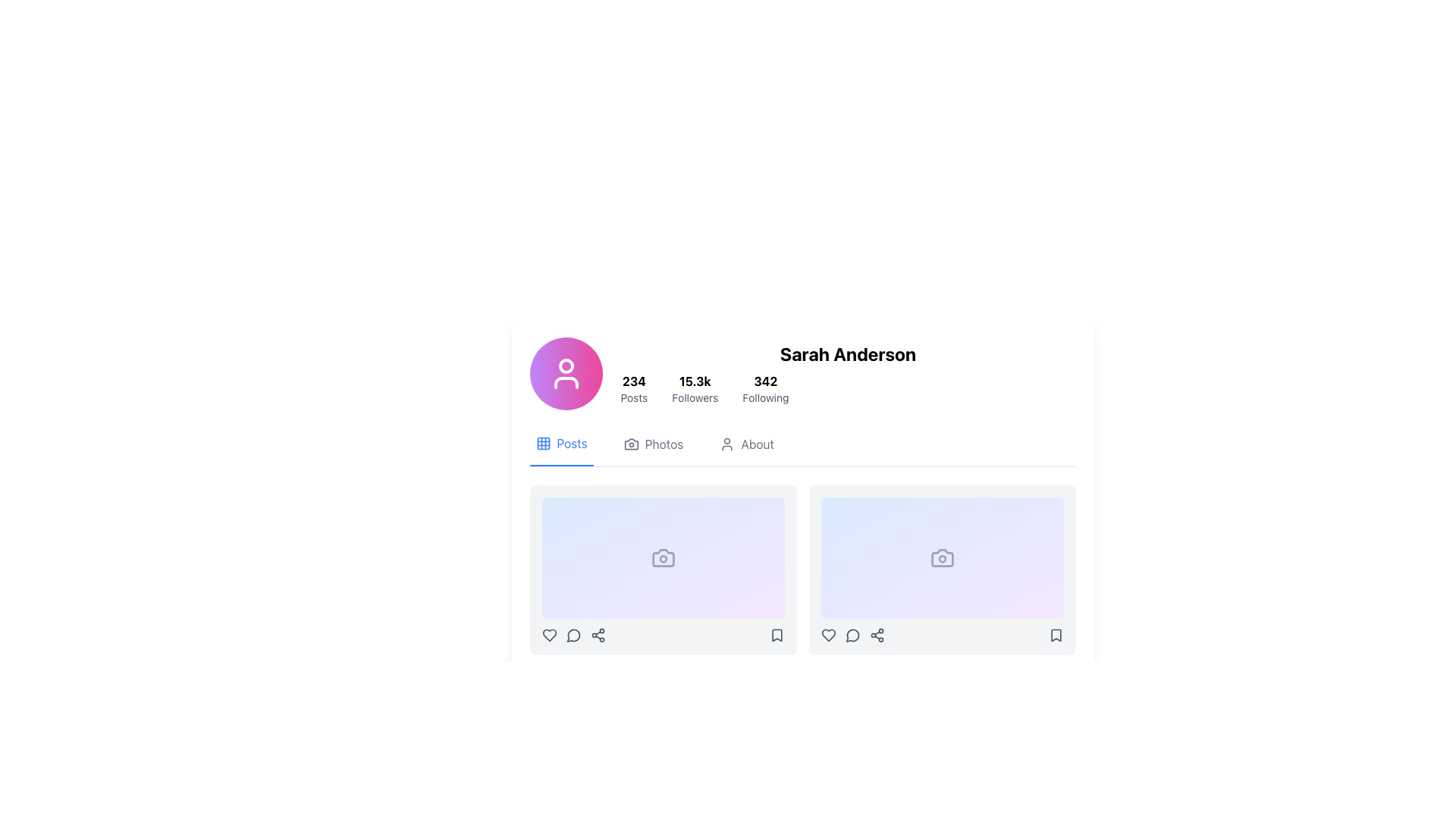 This screenshot has height=819, width=1456. What do you see at coordinates (634, 380) in the screenshot?
I see `count displayed in the bold, black text label showing the number '234', which is centrally aligned above the 'Posts' label` at bounding box center [634, 380].